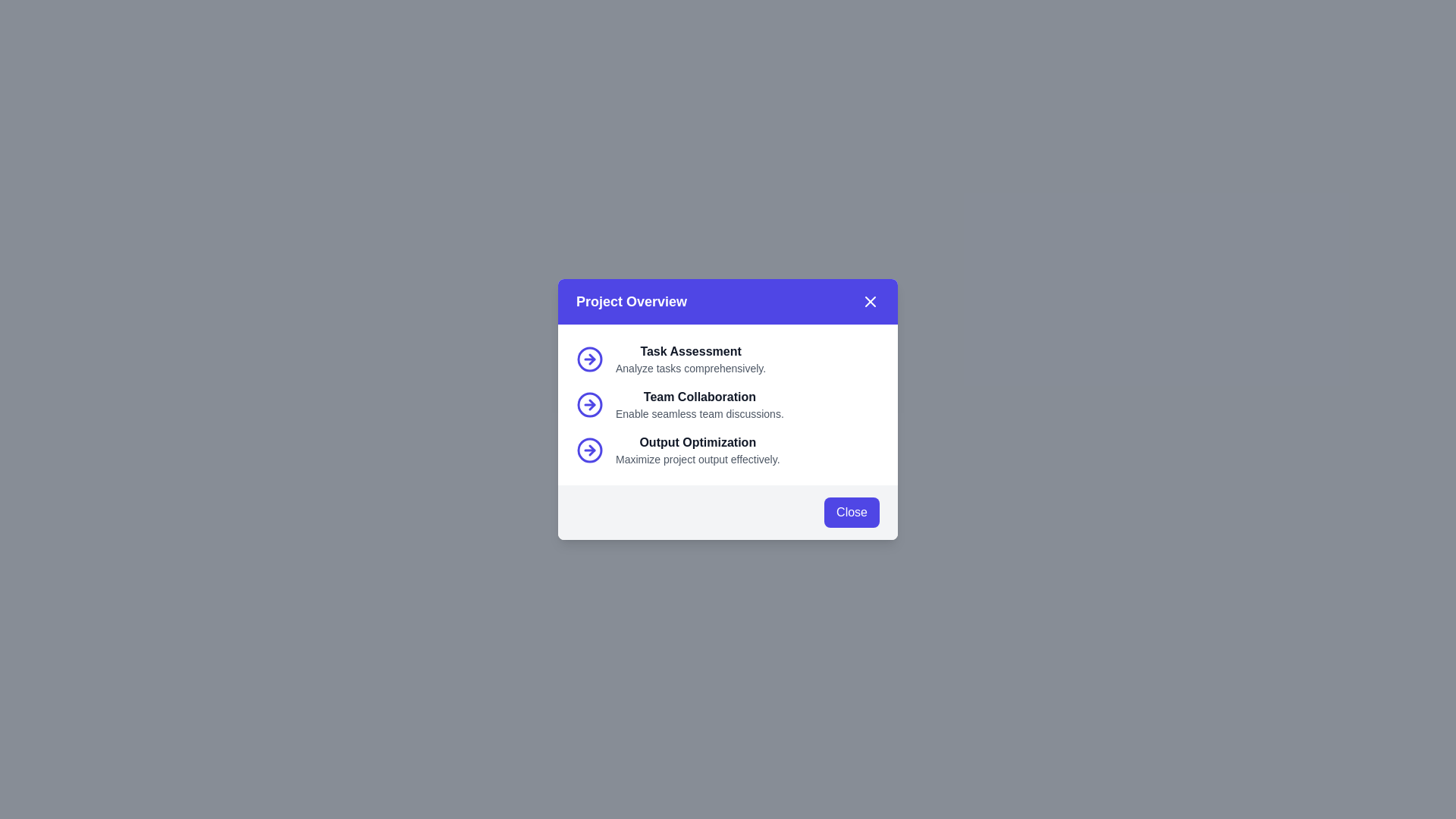 The height and width of the screenshot is (819, 1456). I want to click on the modal topic, so click(728, 301).